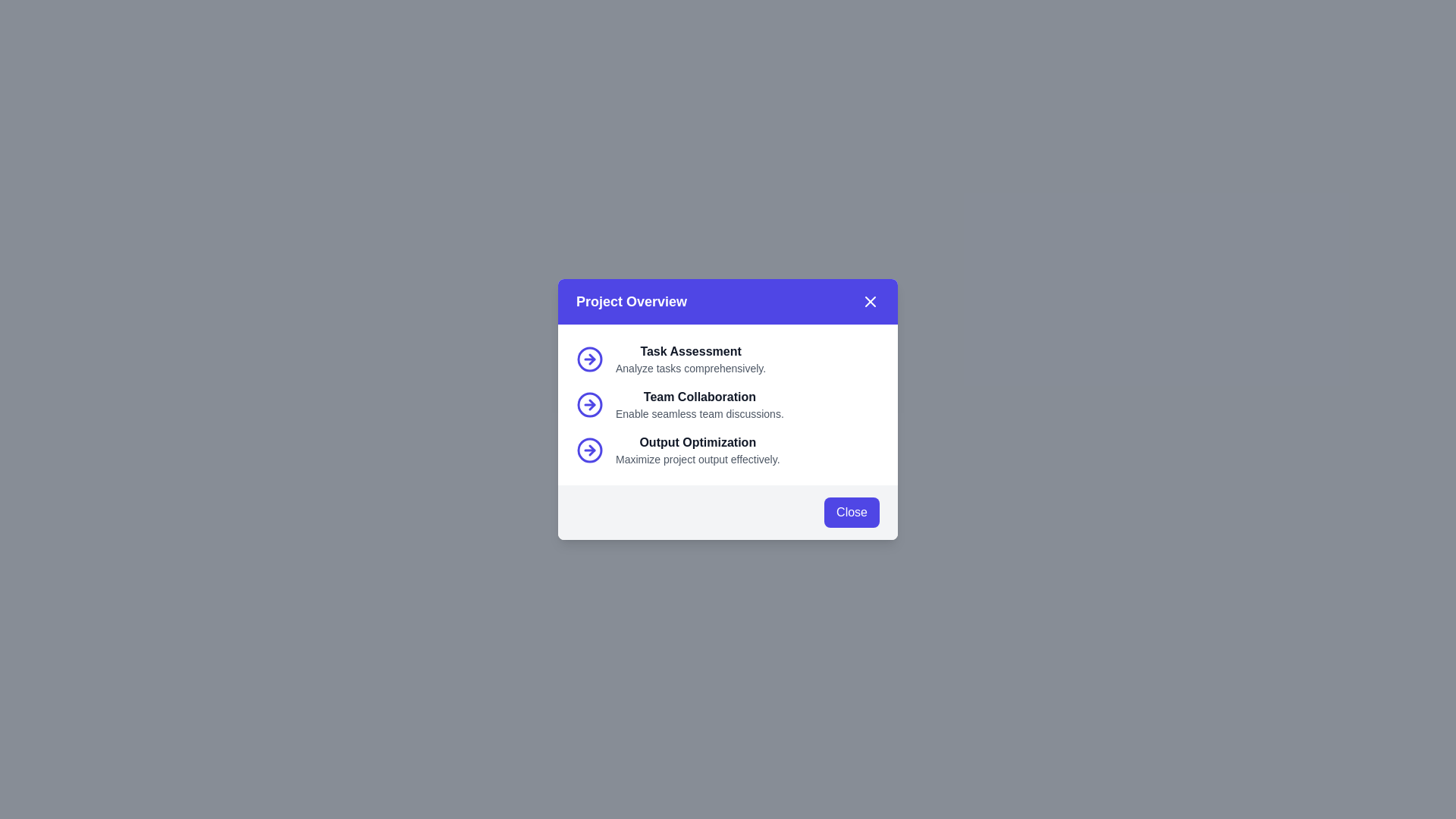 The height and width of the screenshot is (819, 1456). I want to click on the modal topic, so click(728, 301).